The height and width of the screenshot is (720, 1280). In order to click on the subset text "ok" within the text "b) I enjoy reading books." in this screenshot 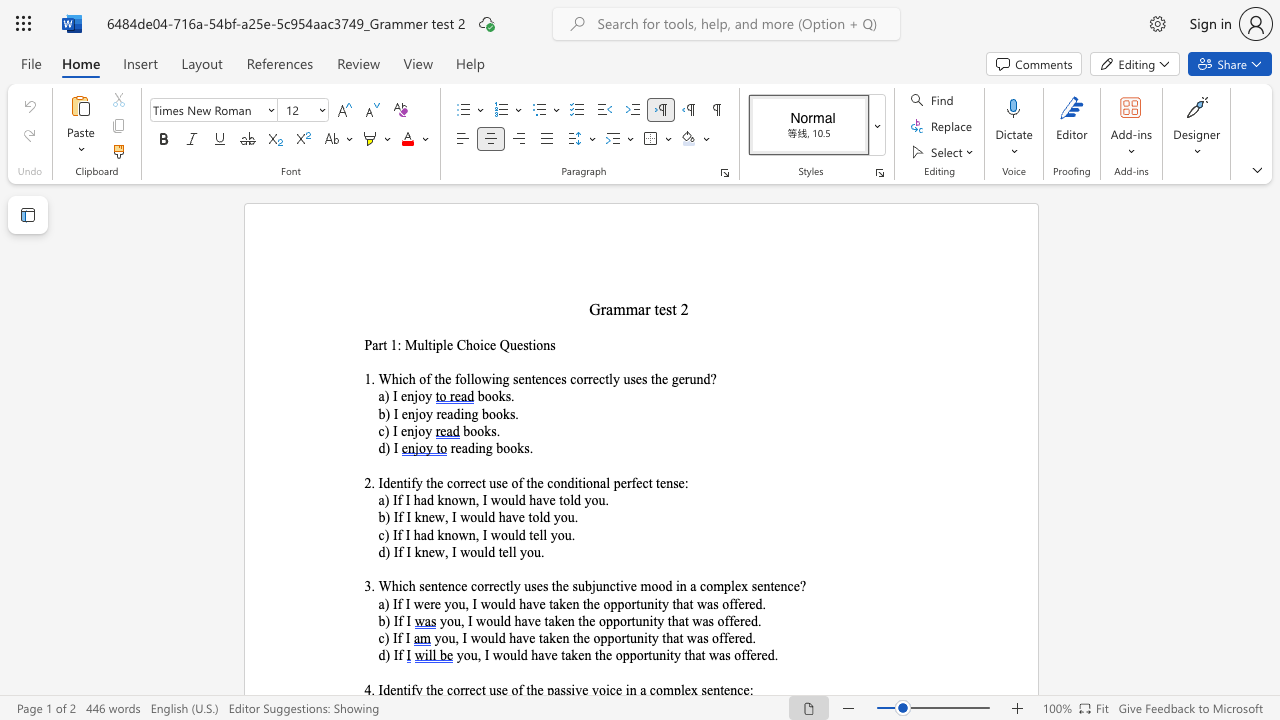, I will do `click(495, 413)`.